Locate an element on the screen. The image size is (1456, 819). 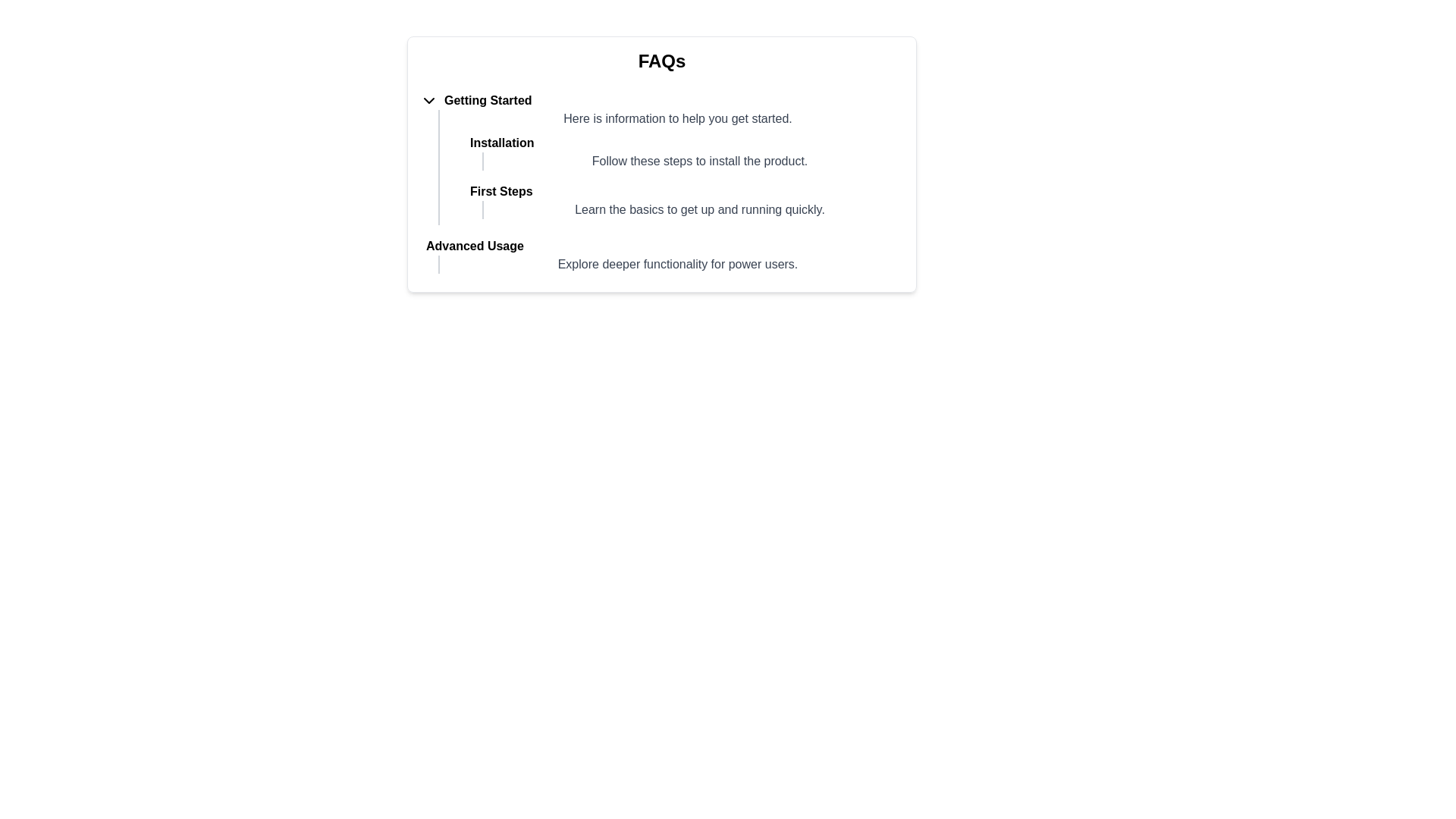
descriptive text located under the 'Advanced Usage' header, which is aligned to the left and situated towards the bottom of the FAQ interface is located at coordinates (676, 263).